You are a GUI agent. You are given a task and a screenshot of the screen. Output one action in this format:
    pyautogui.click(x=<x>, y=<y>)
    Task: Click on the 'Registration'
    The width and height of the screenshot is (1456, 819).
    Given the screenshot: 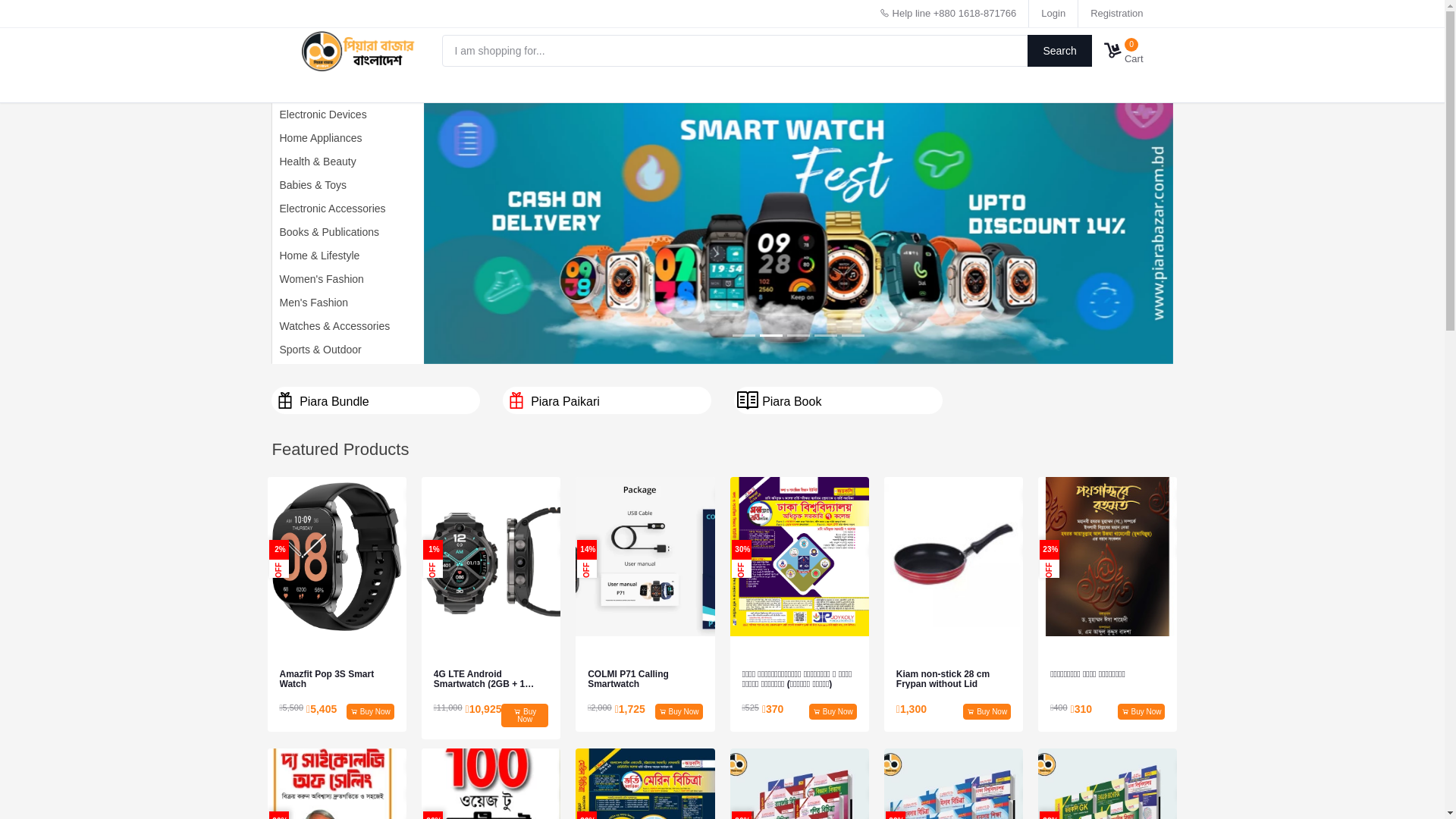 What is the action you would take?
    pyautogui.click(x=1116, y=14)
    